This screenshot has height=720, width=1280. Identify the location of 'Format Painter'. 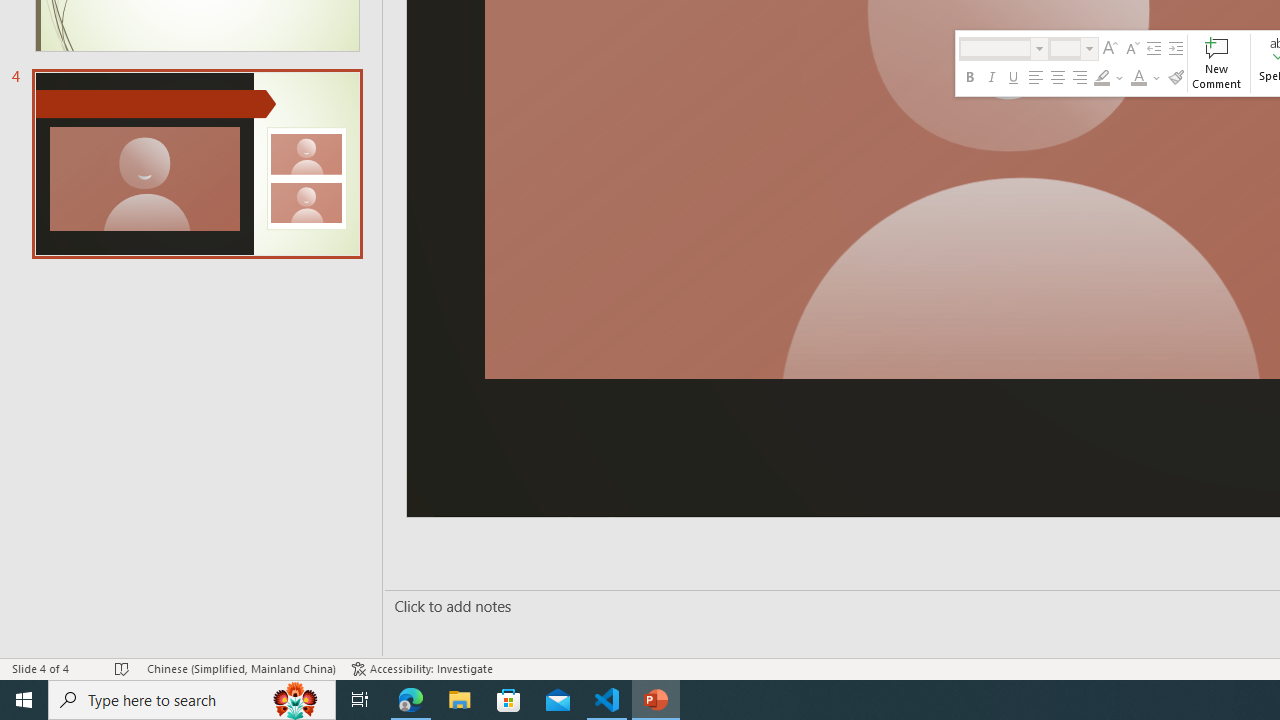
(1175, 77).